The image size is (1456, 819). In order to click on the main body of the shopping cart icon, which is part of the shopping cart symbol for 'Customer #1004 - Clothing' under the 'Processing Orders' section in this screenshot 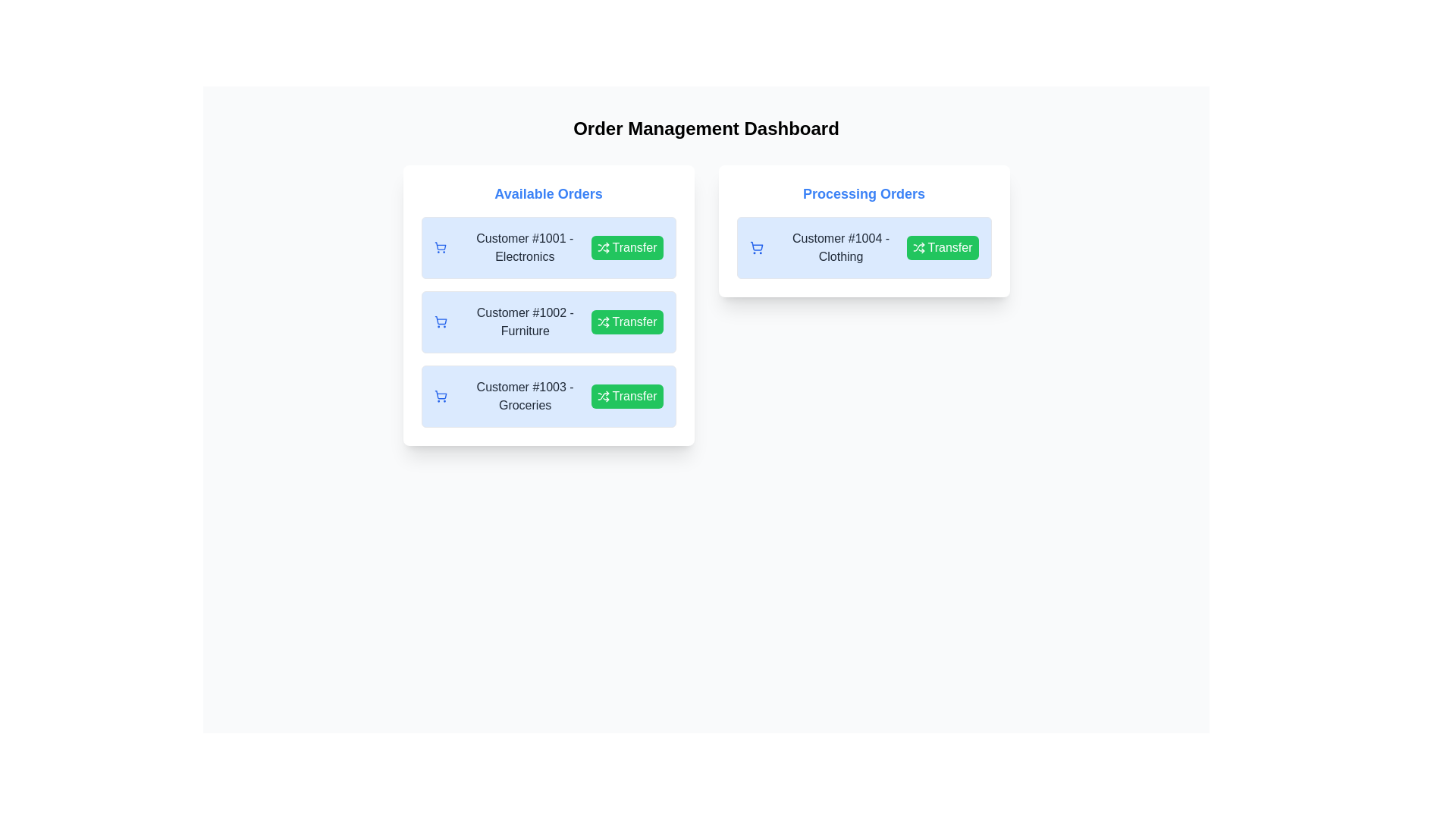, I will do `click(756, 245)`.